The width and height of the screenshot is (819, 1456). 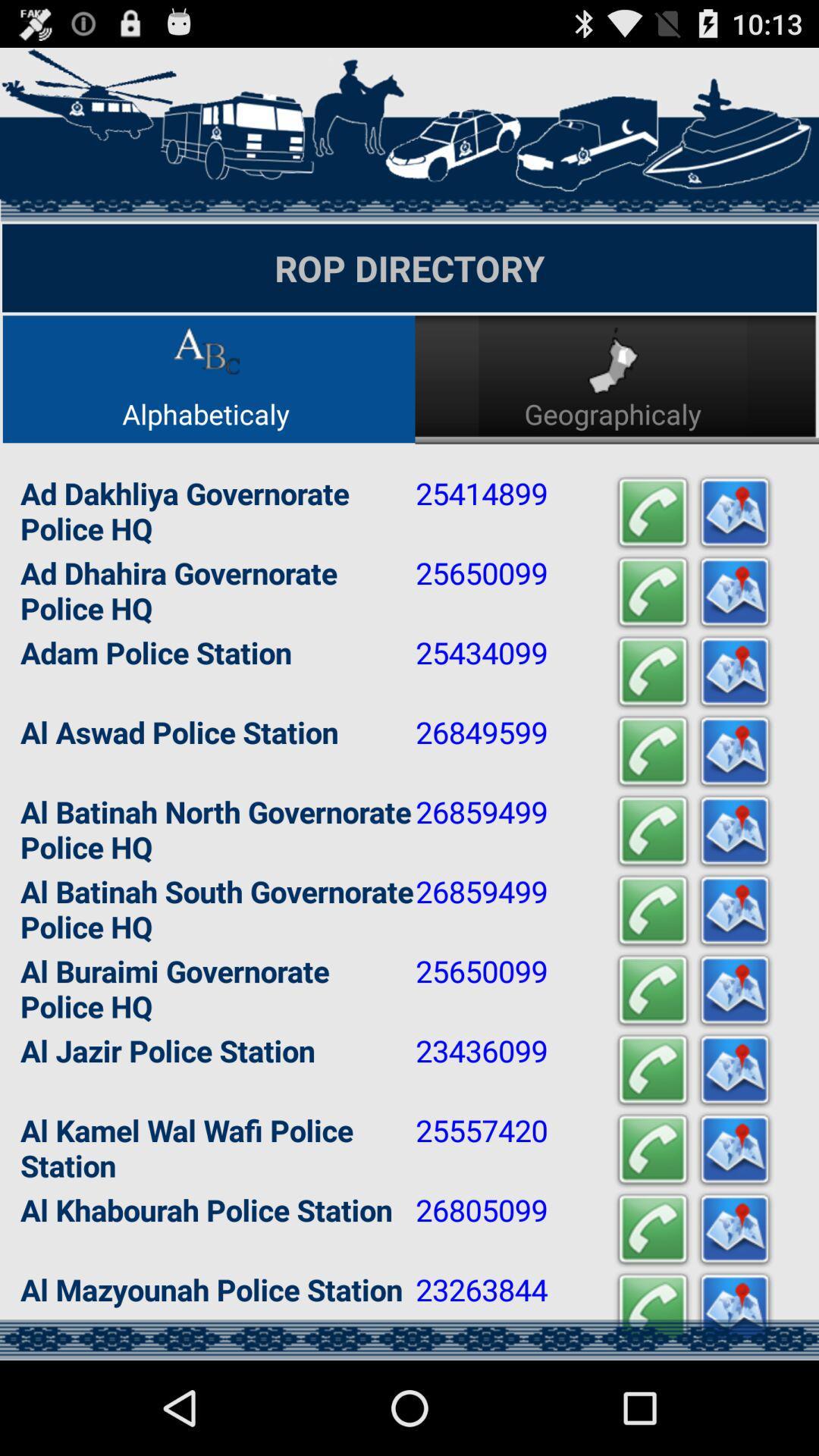 What do you see at coordinates (651, 634) in the screenshot?
I see `the call icon` at bounding box center [651, 634].